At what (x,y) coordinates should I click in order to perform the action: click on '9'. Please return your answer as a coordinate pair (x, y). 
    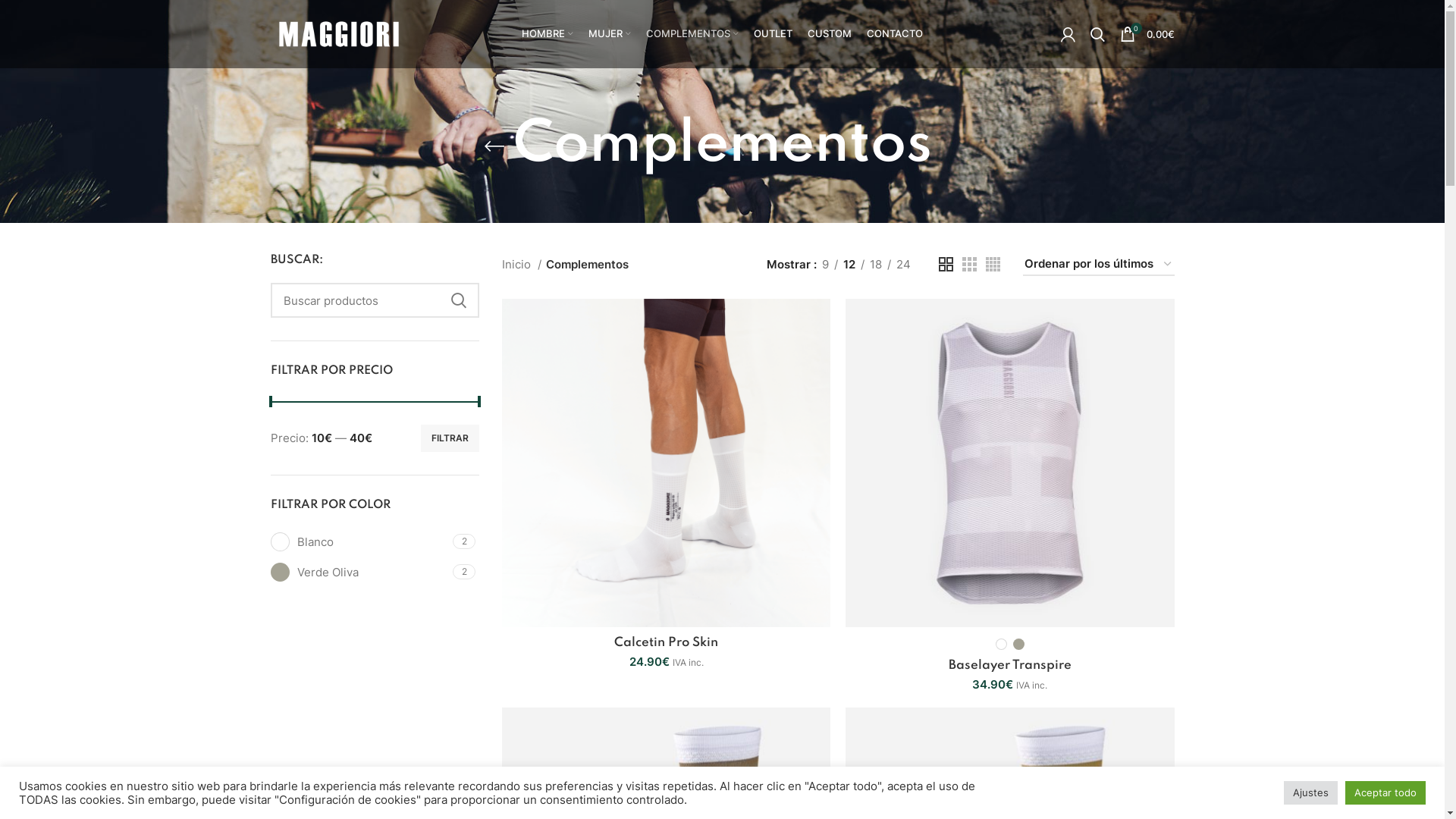
    Looking at the image, I should click on (824, 263).